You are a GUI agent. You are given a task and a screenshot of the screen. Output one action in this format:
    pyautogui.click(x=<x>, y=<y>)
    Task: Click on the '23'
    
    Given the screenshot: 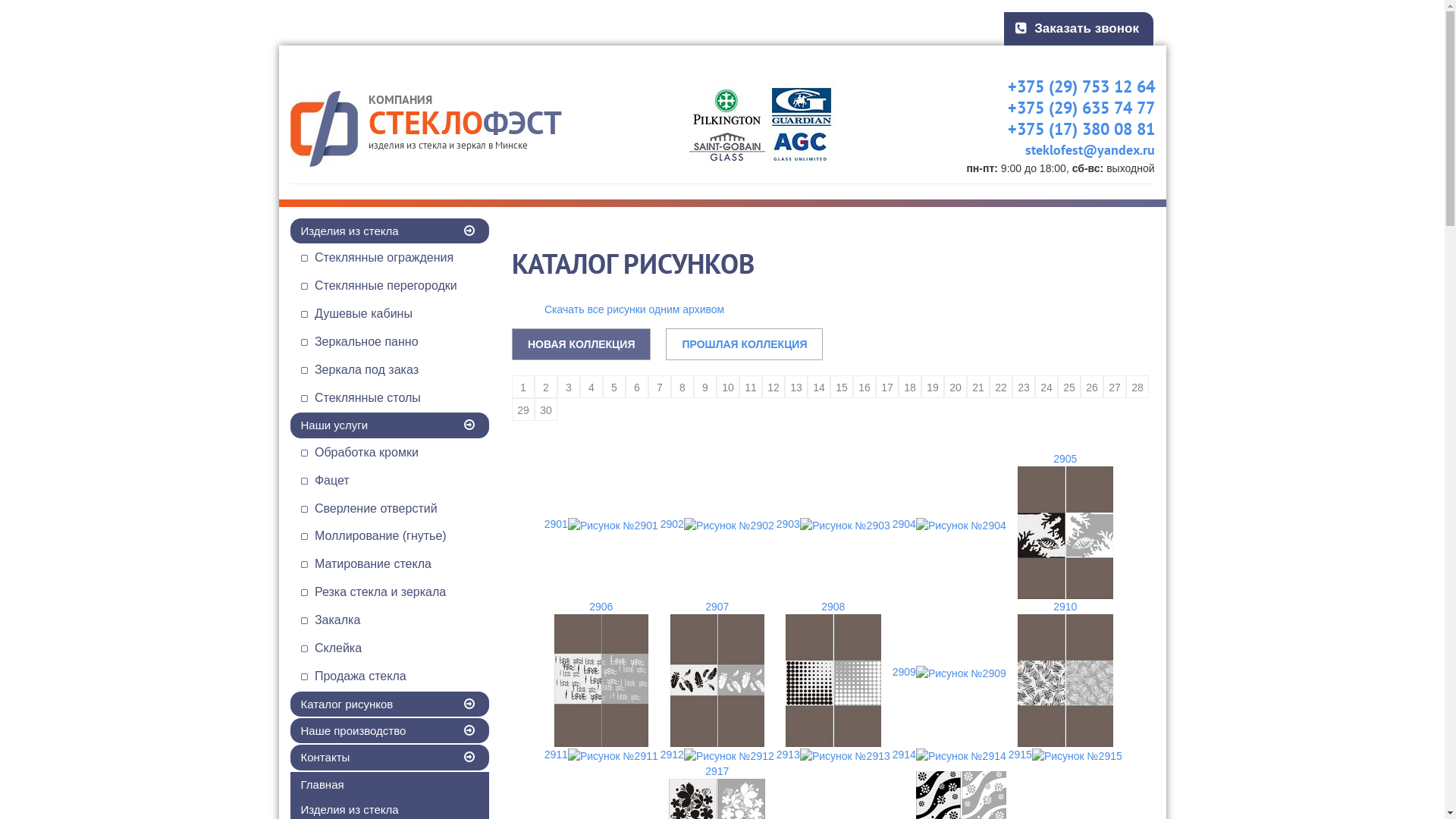 What is the action you would take?
    pyautogui.click(x=1023, y=385)
    